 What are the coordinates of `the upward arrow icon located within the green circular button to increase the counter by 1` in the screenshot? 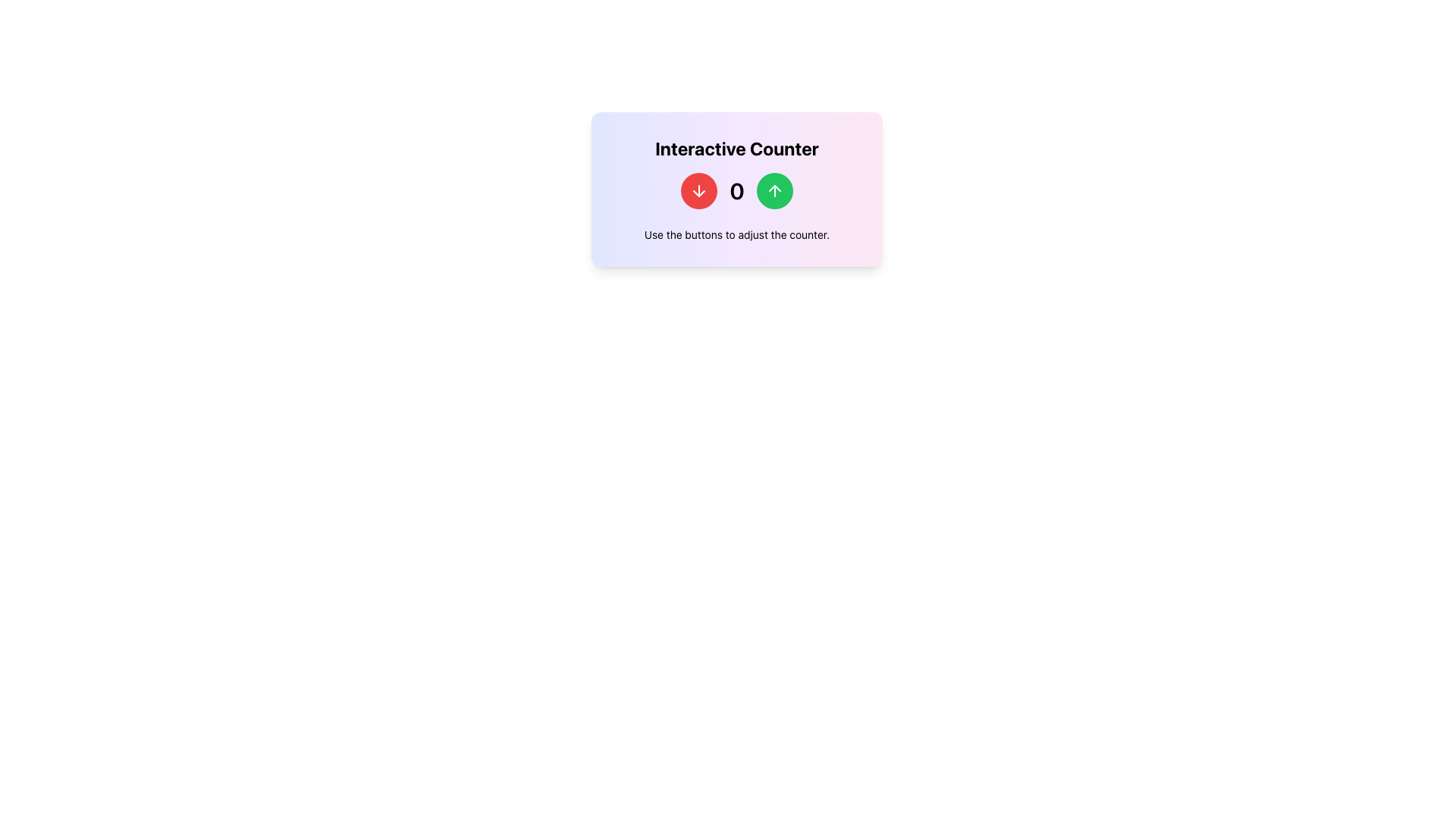 It's located at (774, 190).